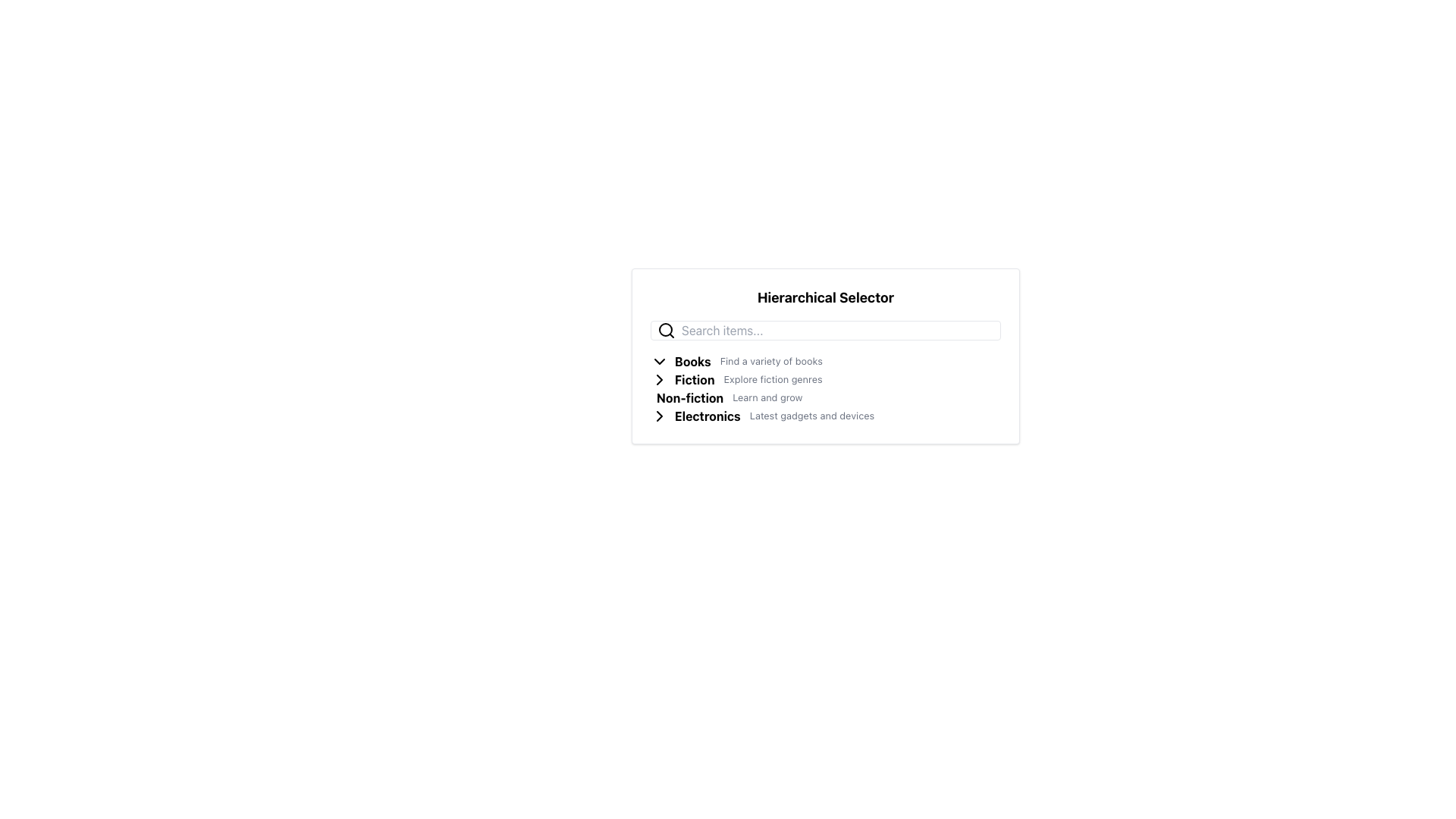  I want to click on the second item under the 'Books' category in the hierarchical navigation interface, so click(825, 379).